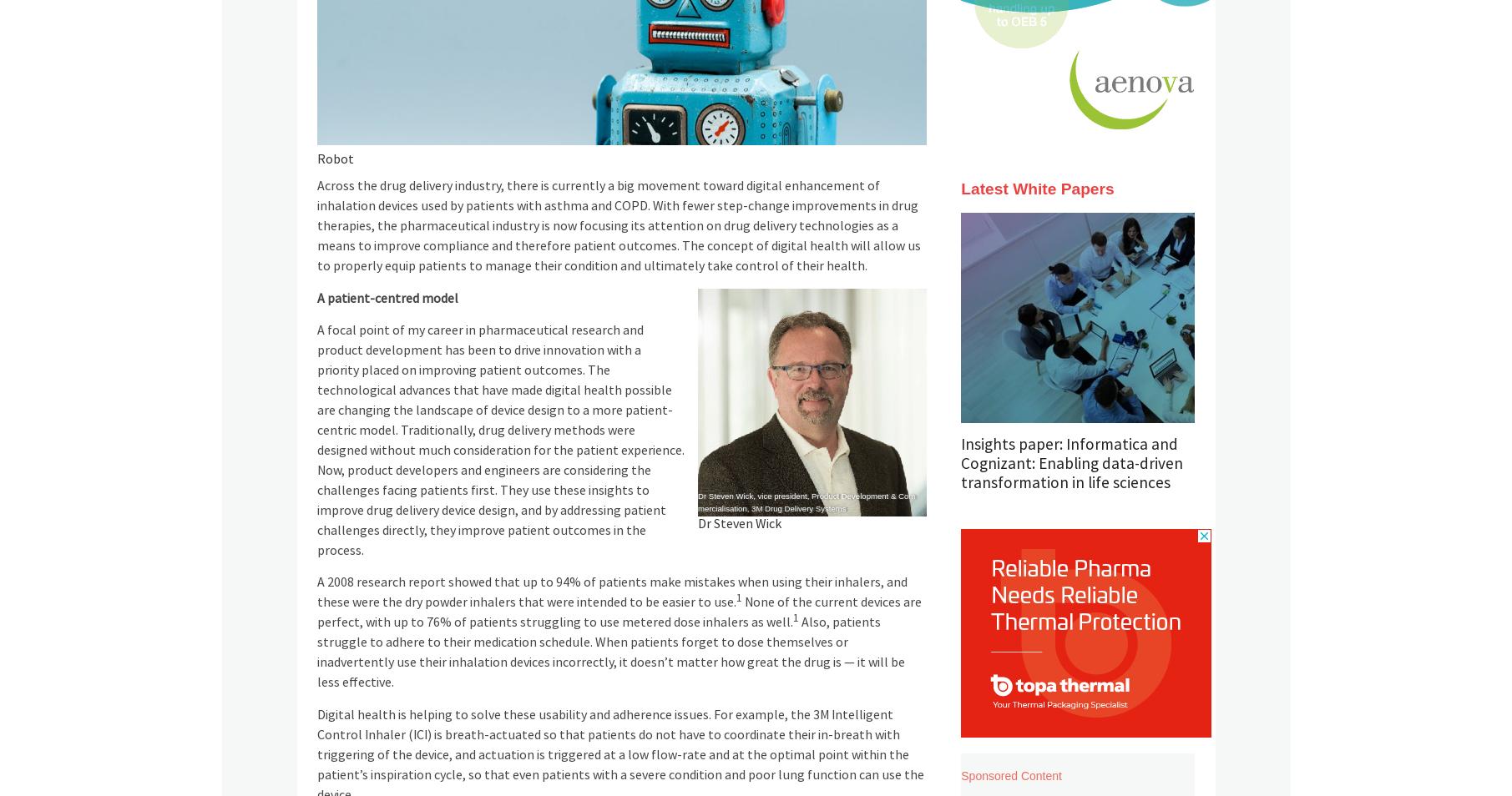 This screenshot has width=1512, height=796. I want to click on 'Across the drug delivery industry, there is currently a big movement toward digital enhancement of inhalation devices used by patients with asthma and COPD. With fewer step-change improvements in drug therapies, the pharmaceutical industry is now focusing its attention on drug delivery technologies as a means to improve compliance and therefore patient outcomes. The concept of digital health will allow us to properly equip patients to manage their condition and ultimately take control of their health.', so click(617, 226).